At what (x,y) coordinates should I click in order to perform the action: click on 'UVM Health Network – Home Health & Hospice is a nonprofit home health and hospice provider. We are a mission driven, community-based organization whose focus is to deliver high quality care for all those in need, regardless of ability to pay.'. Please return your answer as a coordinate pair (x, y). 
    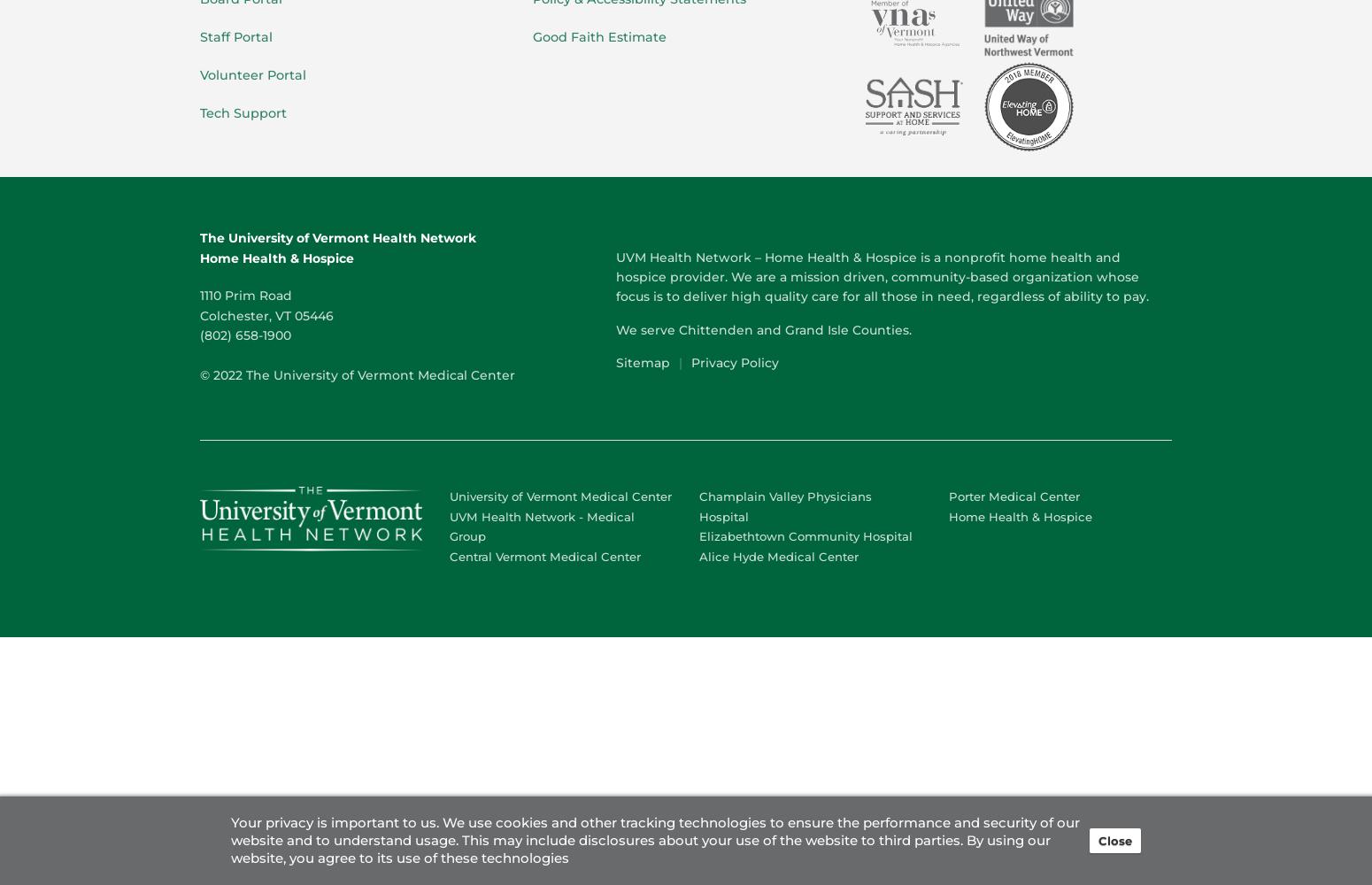
    Looking at the image, I should click on (614, 276).